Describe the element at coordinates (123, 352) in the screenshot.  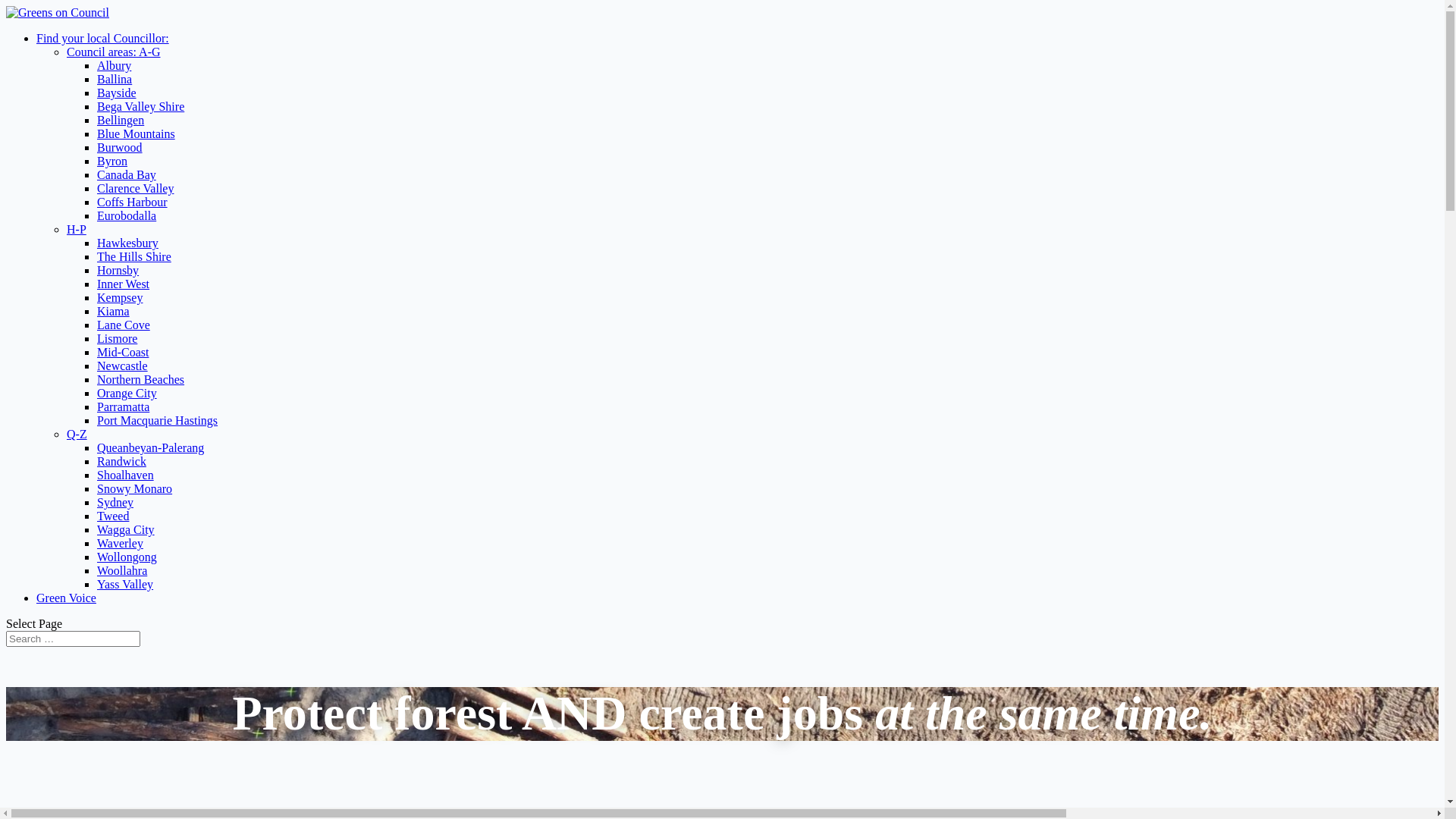
I see `'Mid-Coast'` at that location.